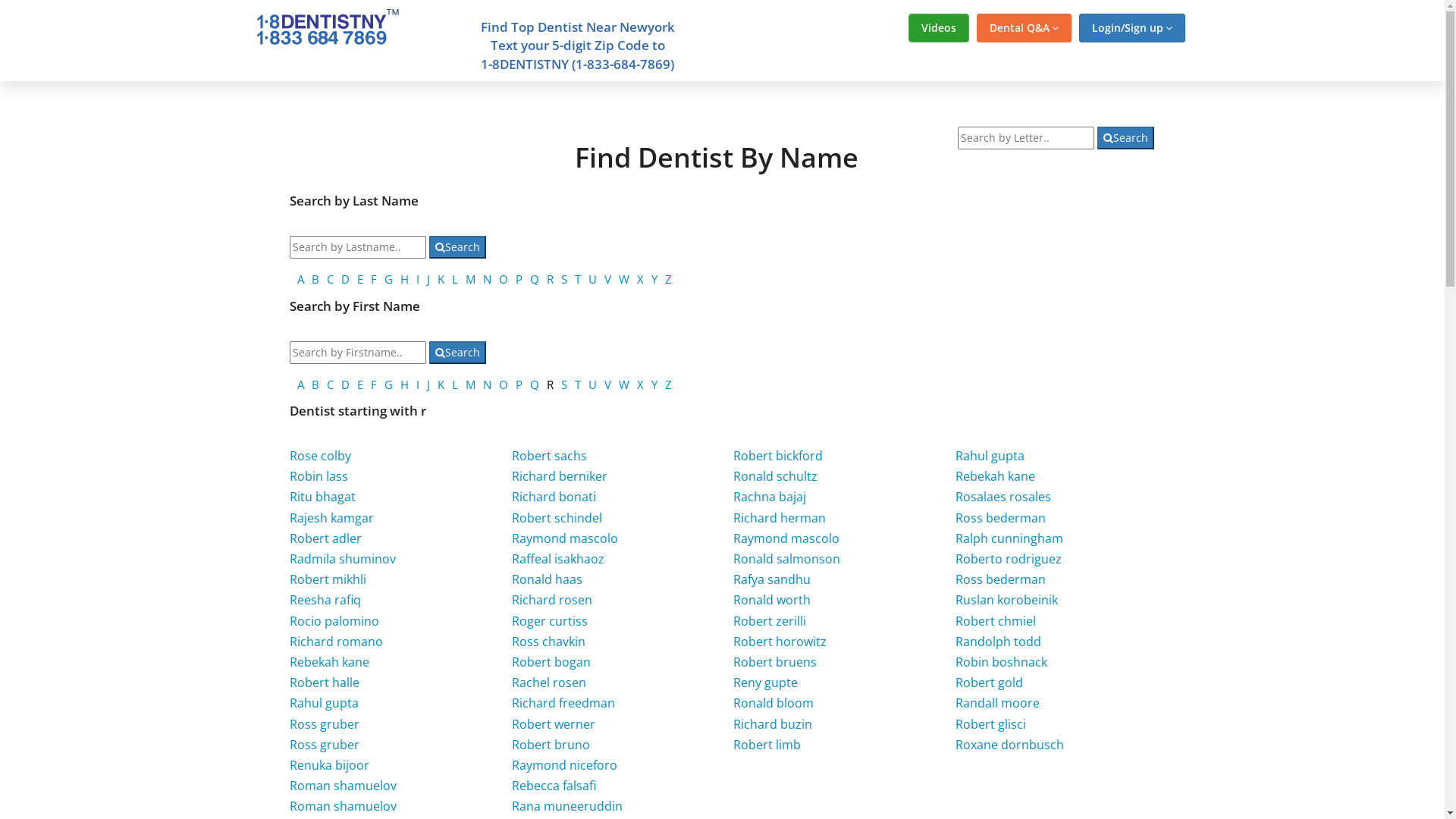 This screenshot has width=1456, height=819. I want to click on 'Randall moore', so click(997, 702).